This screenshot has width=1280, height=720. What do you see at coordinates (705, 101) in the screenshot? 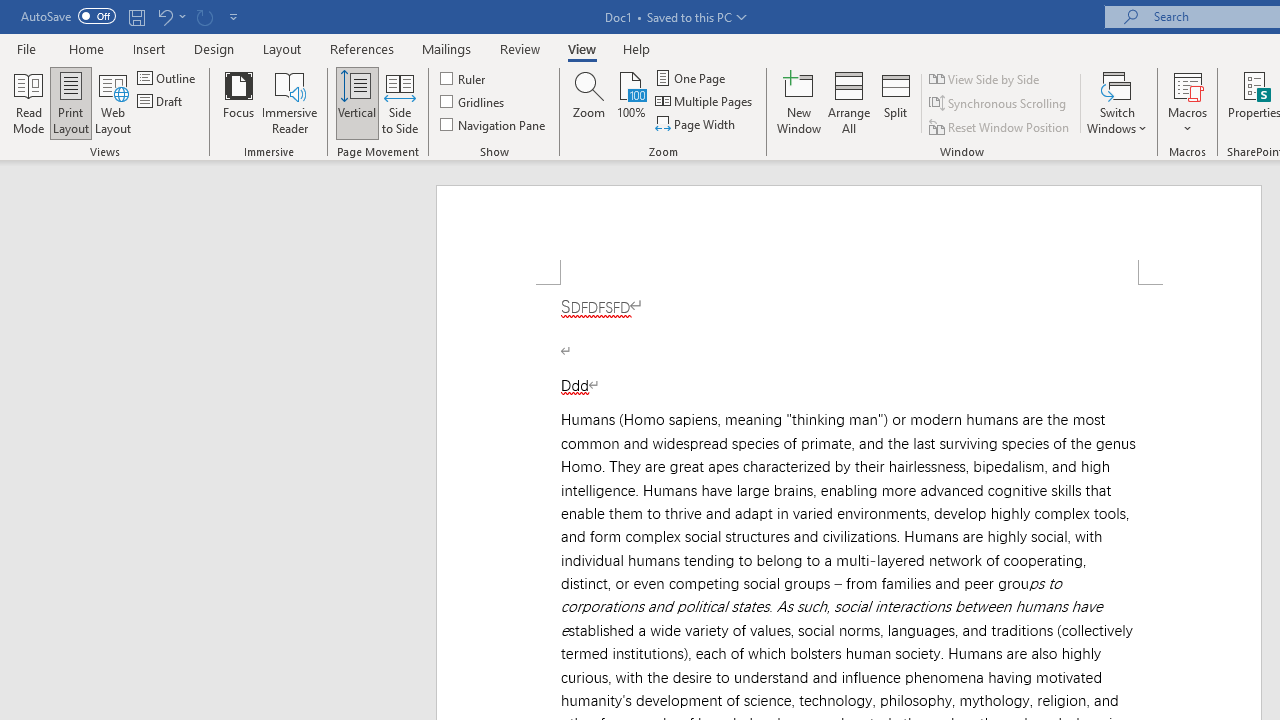
I see `'Multiple Pages'` at bounding box center [705, 101].